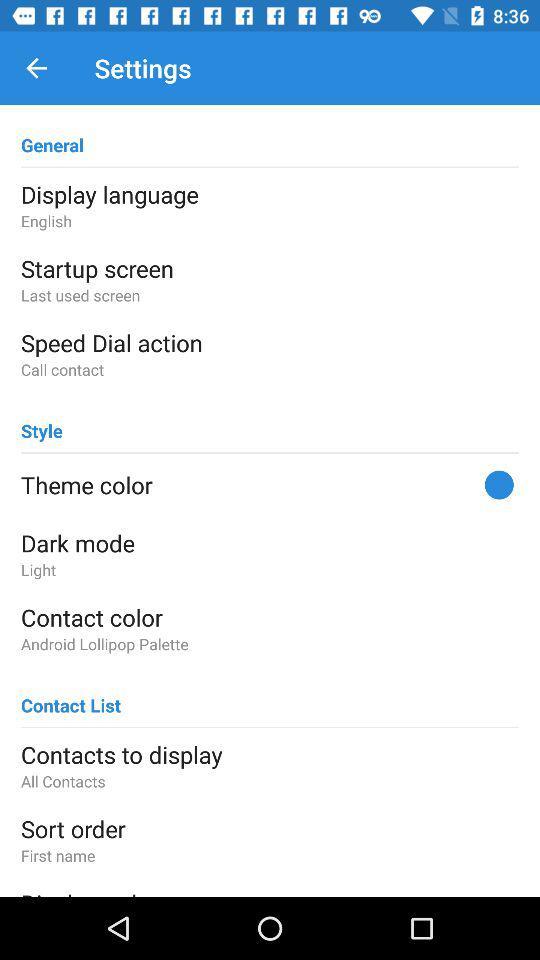 Image resolution: width=540 pixels, height=960 pixels. Describe the element at coordinates (270, 781) in the screenshot. I see `the icon above sort order` at that location.